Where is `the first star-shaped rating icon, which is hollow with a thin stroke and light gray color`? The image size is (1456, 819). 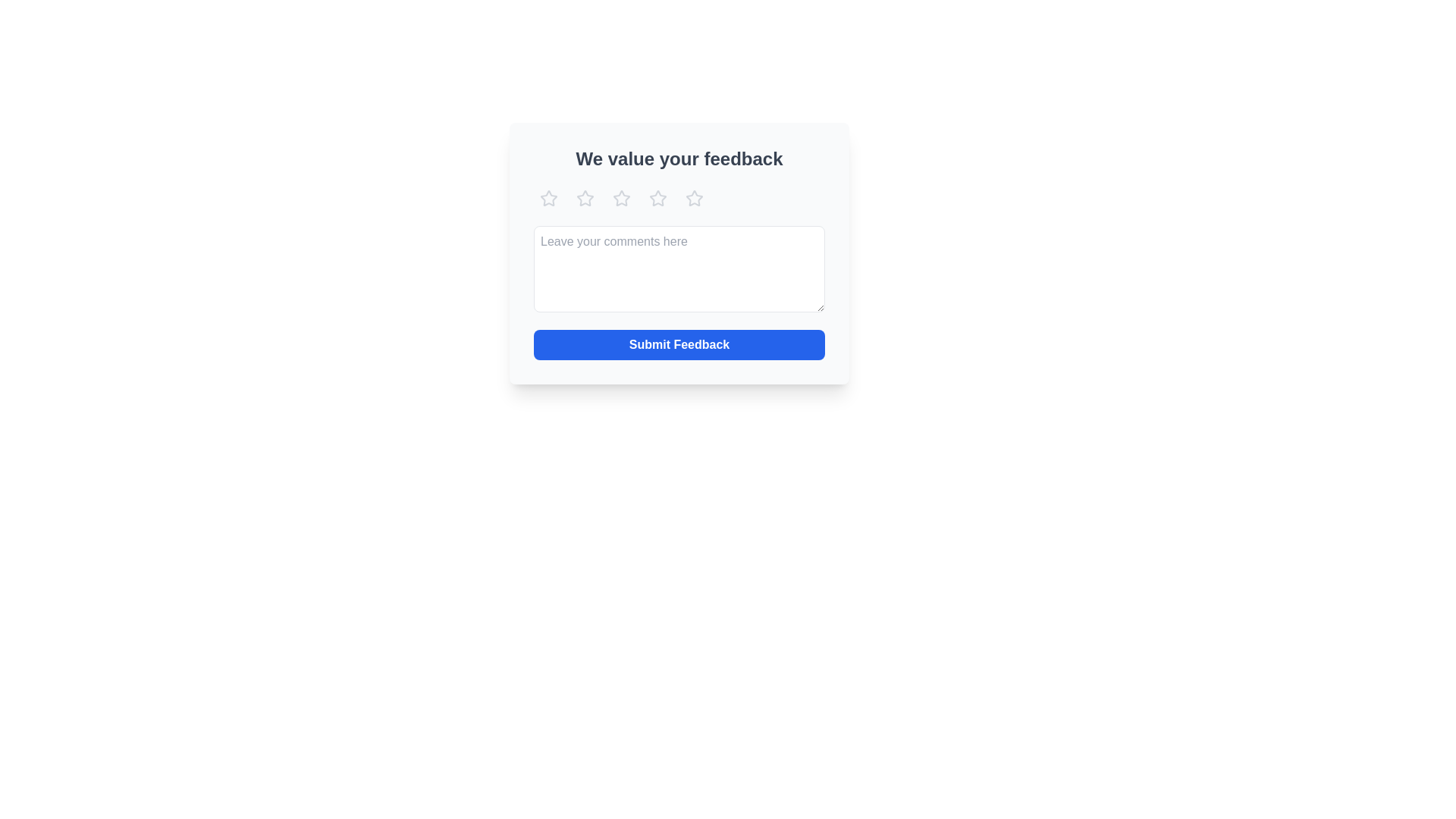
the first star-shaped rating icon, which is hollow with a thin stroke and light gray color is located at coordinates (548, 198).